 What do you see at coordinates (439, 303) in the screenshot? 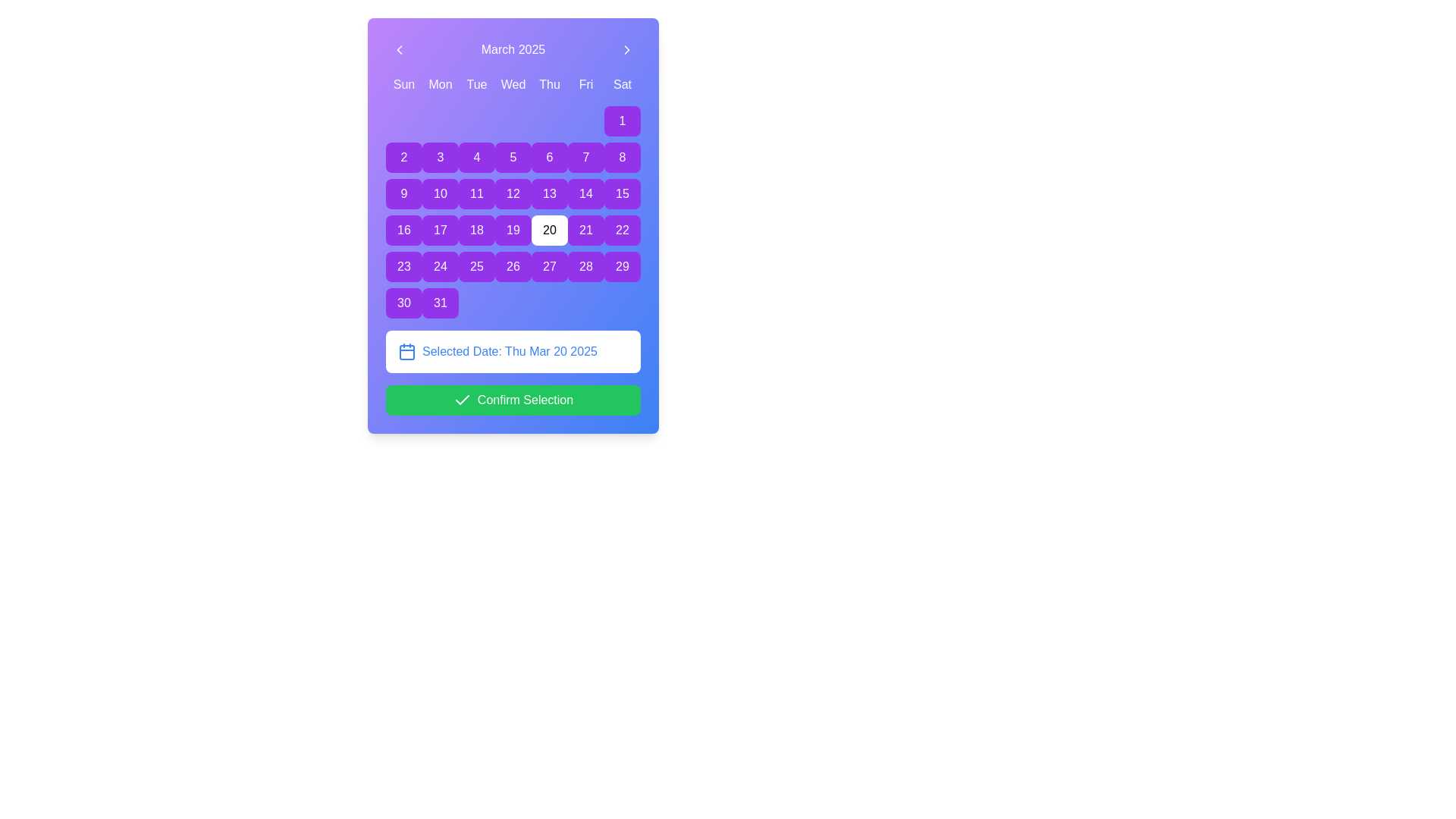
I see `the rounded rectangular button with a purple background and white text displaying '31'` at bounding box center [439, 303].